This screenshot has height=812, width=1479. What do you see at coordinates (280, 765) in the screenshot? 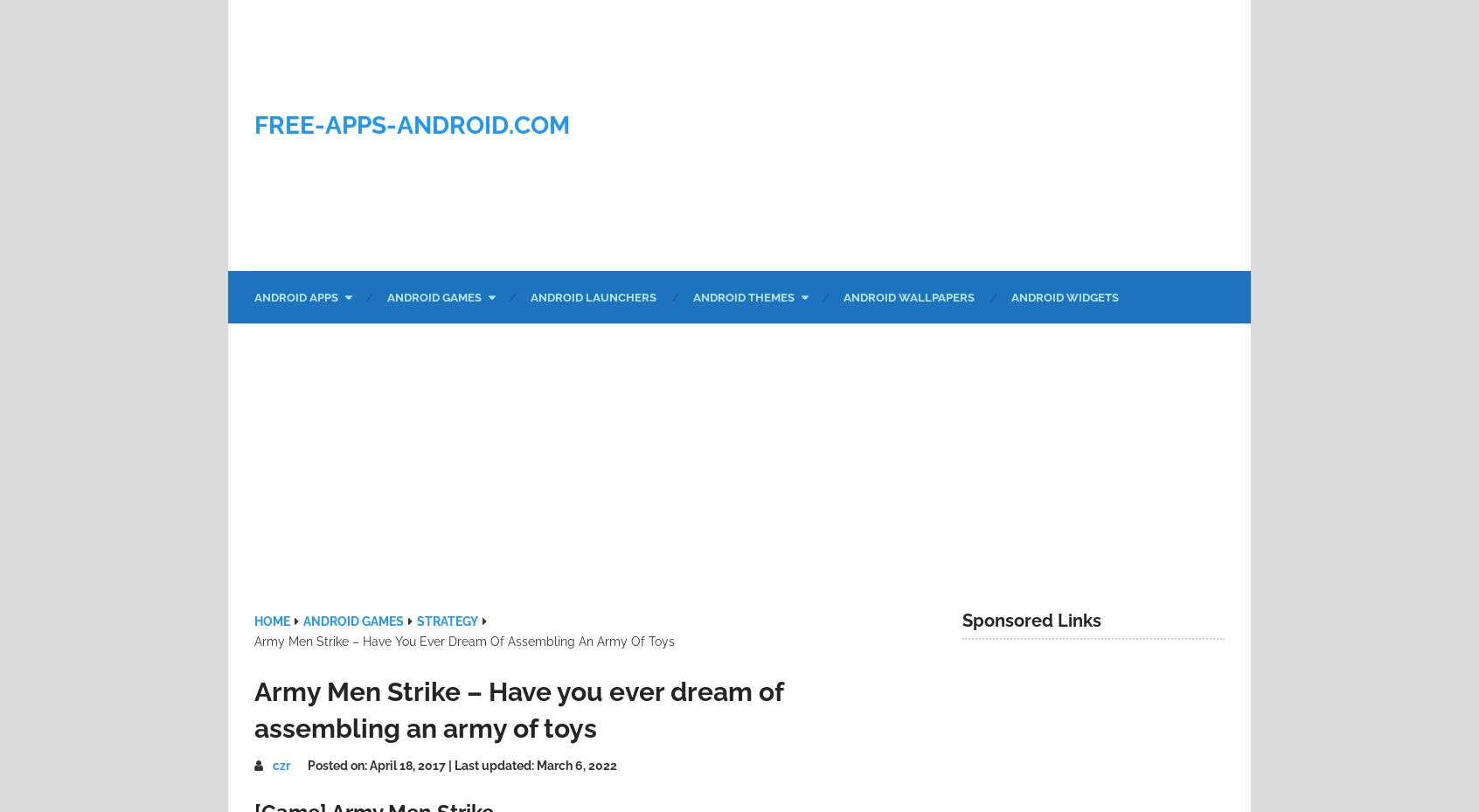
I see `'czr'` at bounding box center [280, 765].